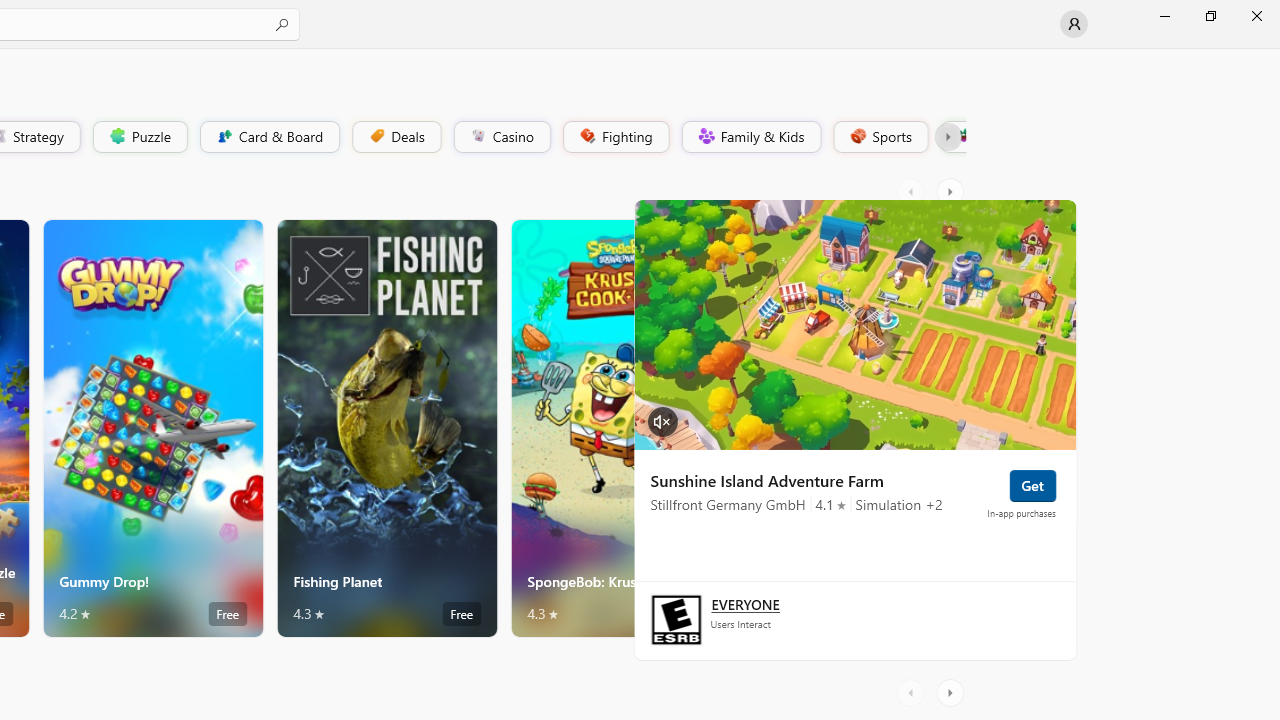  What do you see at coordinates (743, 602) in the screenshot?
I see `'Age rating: EVERYONE. Click for more information.'` at bounding box center [743, 602].